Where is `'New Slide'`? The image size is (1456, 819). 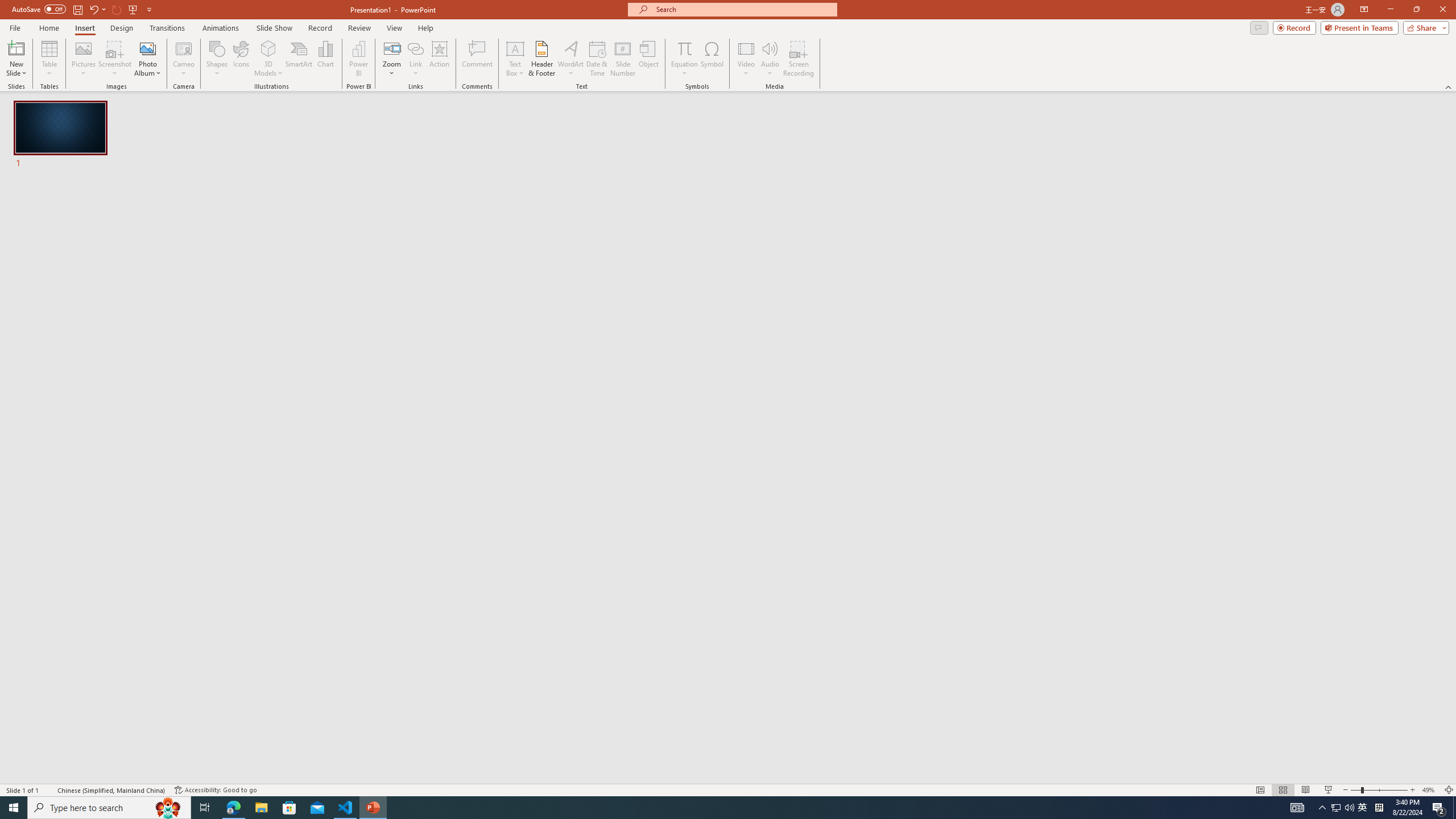
'New Slide' is located at coordinates (16, 59).